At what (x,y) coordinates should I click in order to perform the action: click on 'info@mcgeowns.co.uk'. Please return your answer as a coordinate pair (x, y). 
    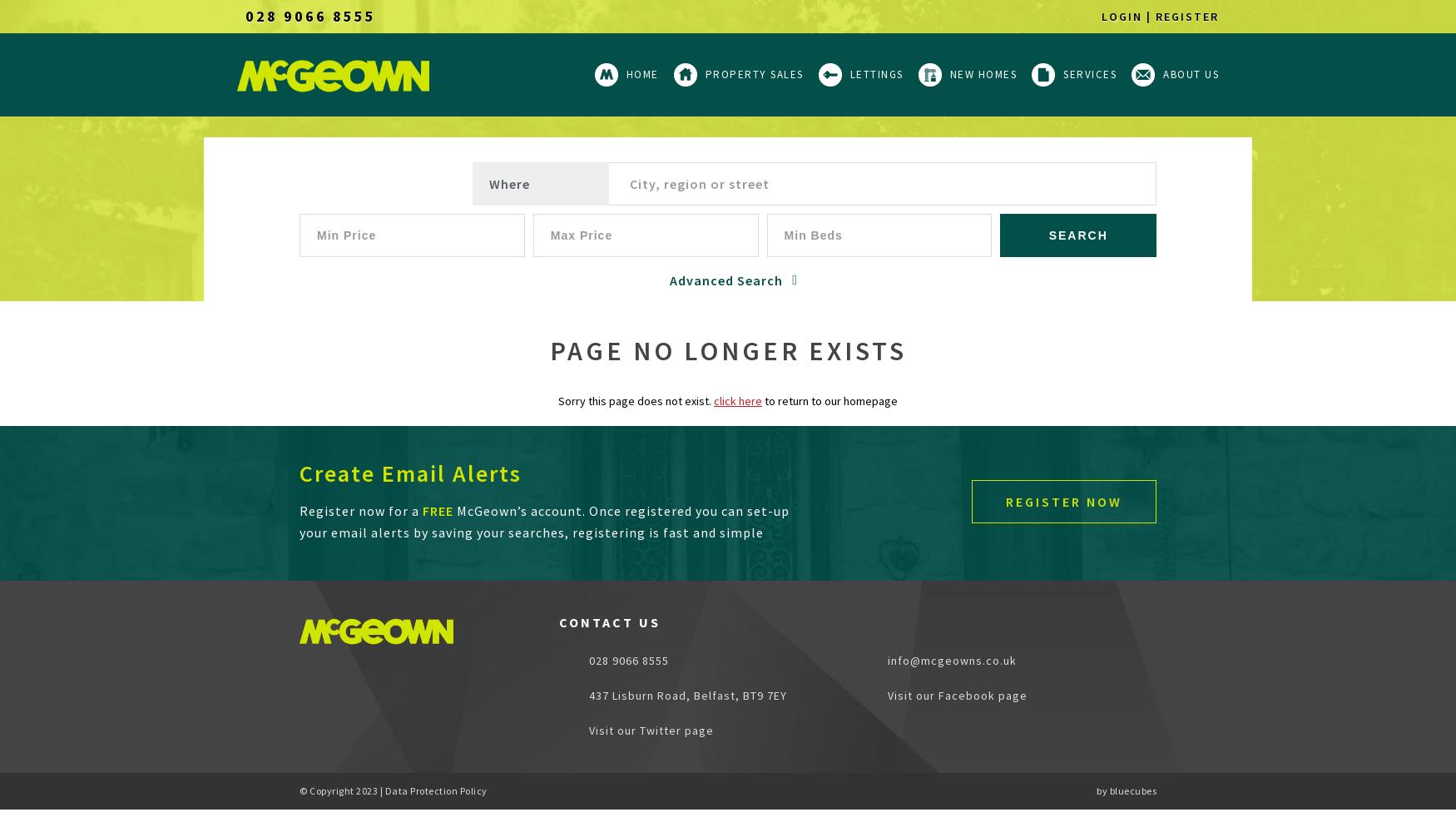
    Looking at the image, I should click on (951, 661).